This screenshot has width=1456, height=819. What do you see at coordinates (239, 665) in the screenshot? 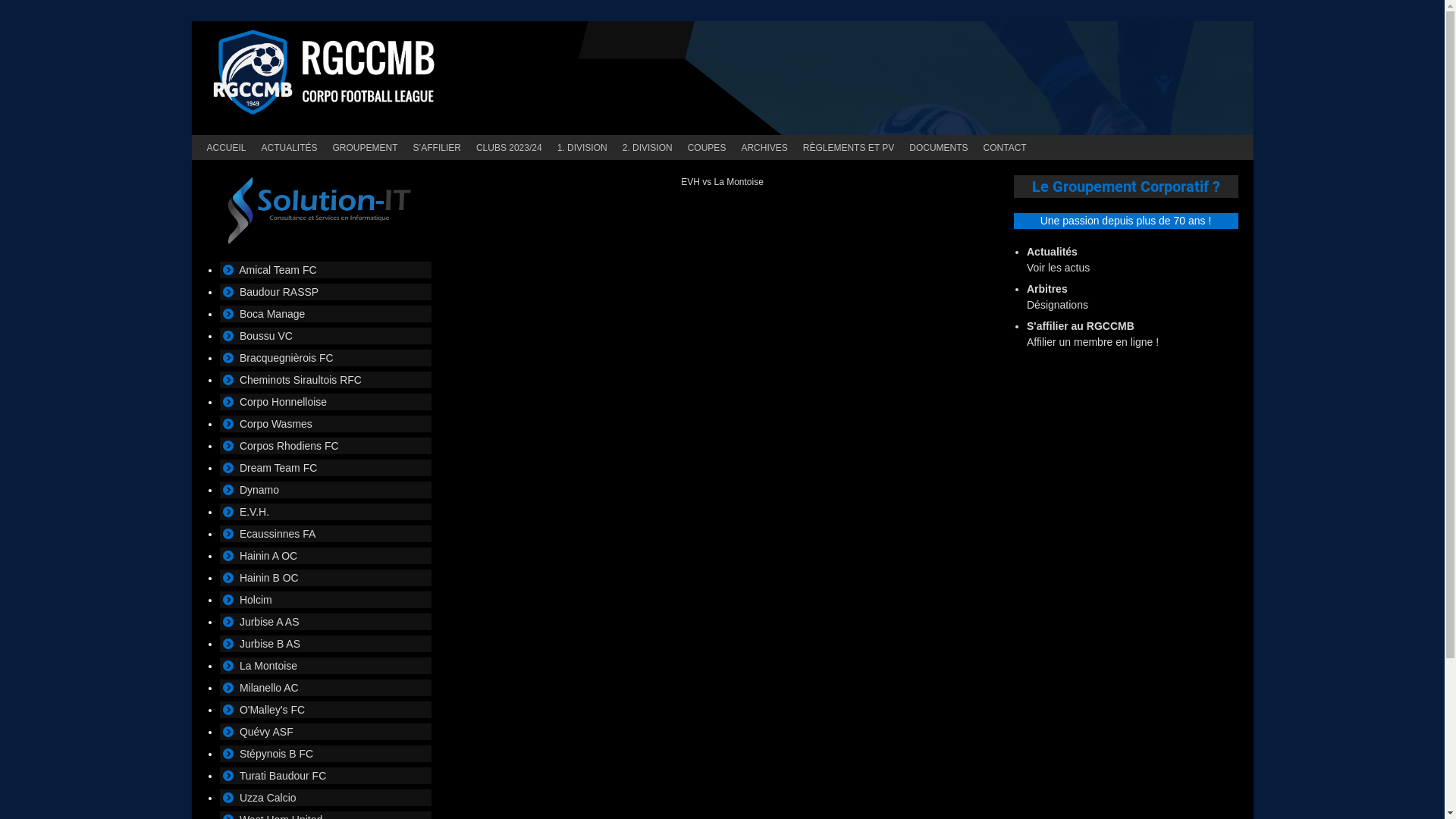
I see `'La Montoise'` at bounding box center [239, 665].